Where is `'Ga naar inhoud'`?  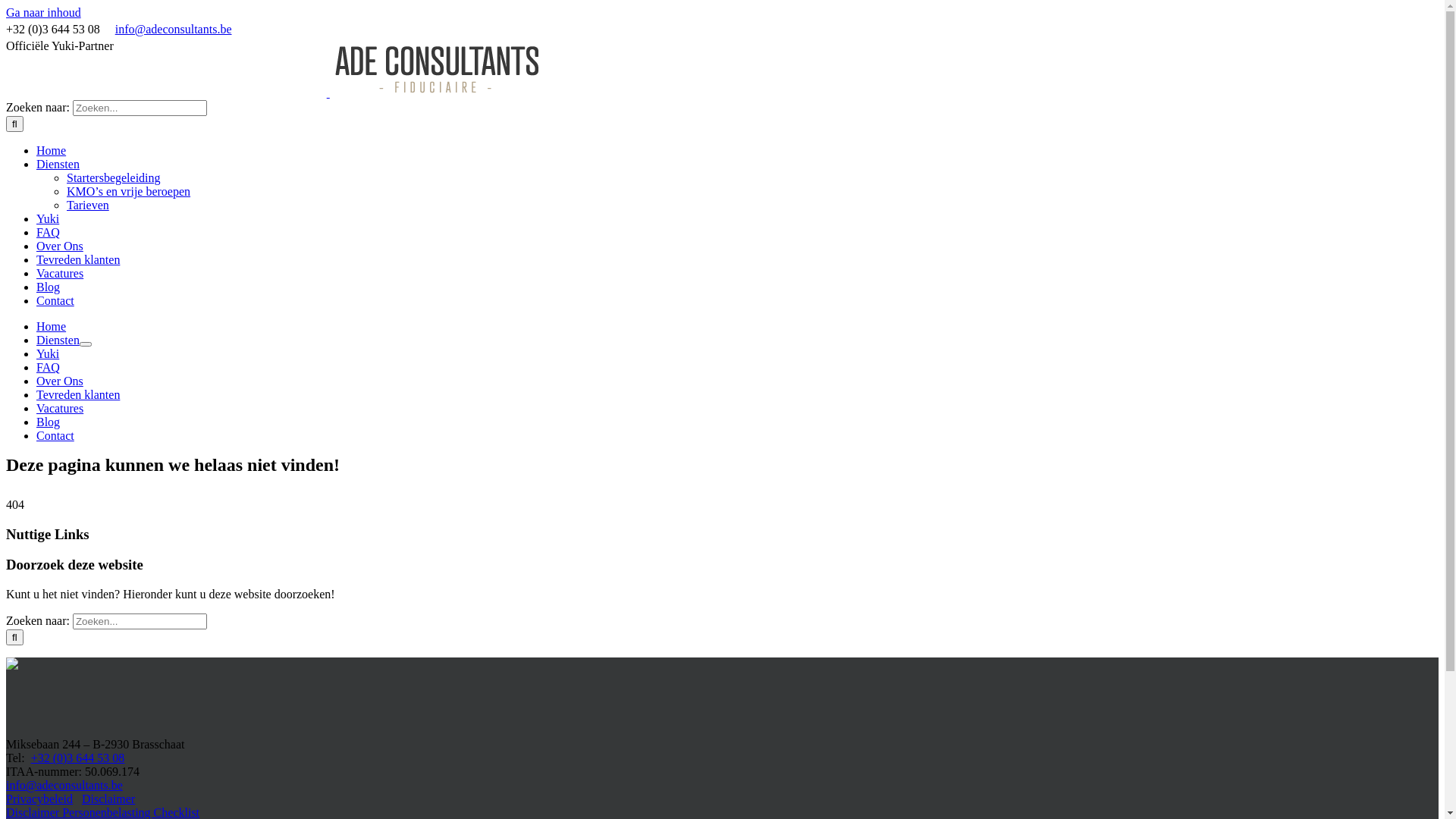 'Ga naar inhoud' is located at coordinates (43, 12).